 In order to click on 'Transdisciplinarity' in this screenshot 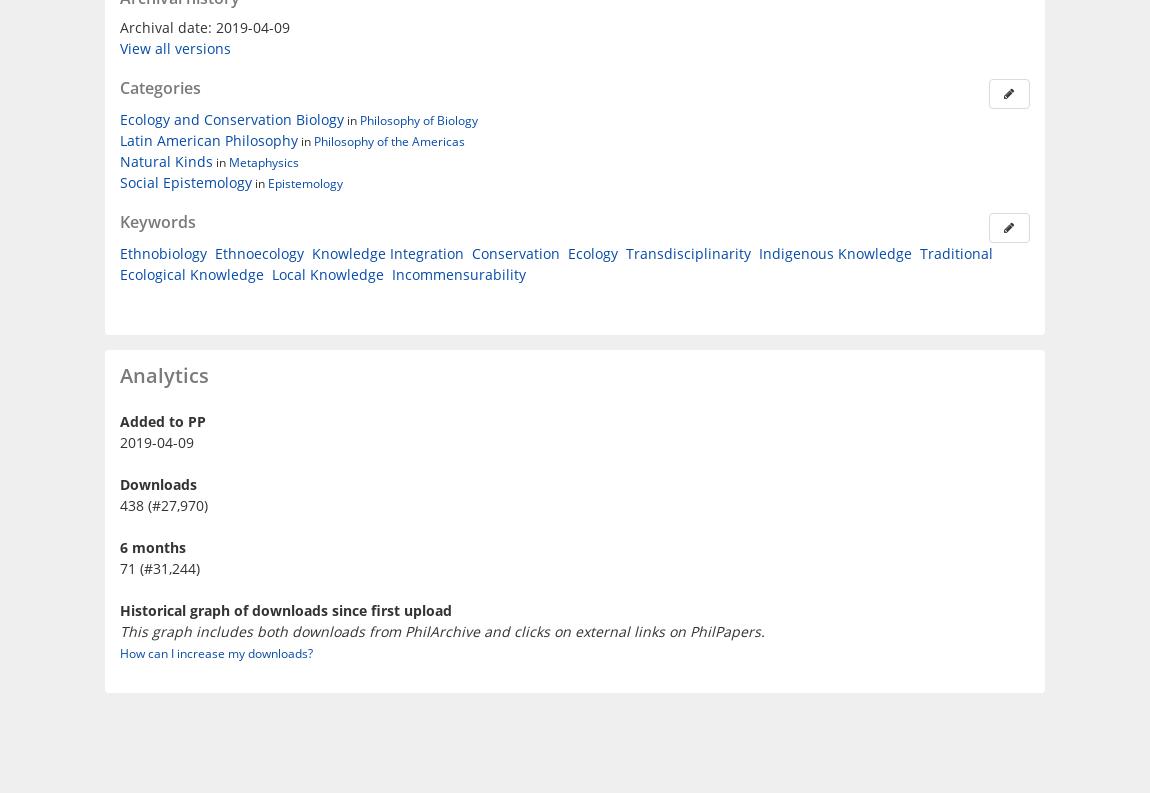, I will do `click(687, 252)`.